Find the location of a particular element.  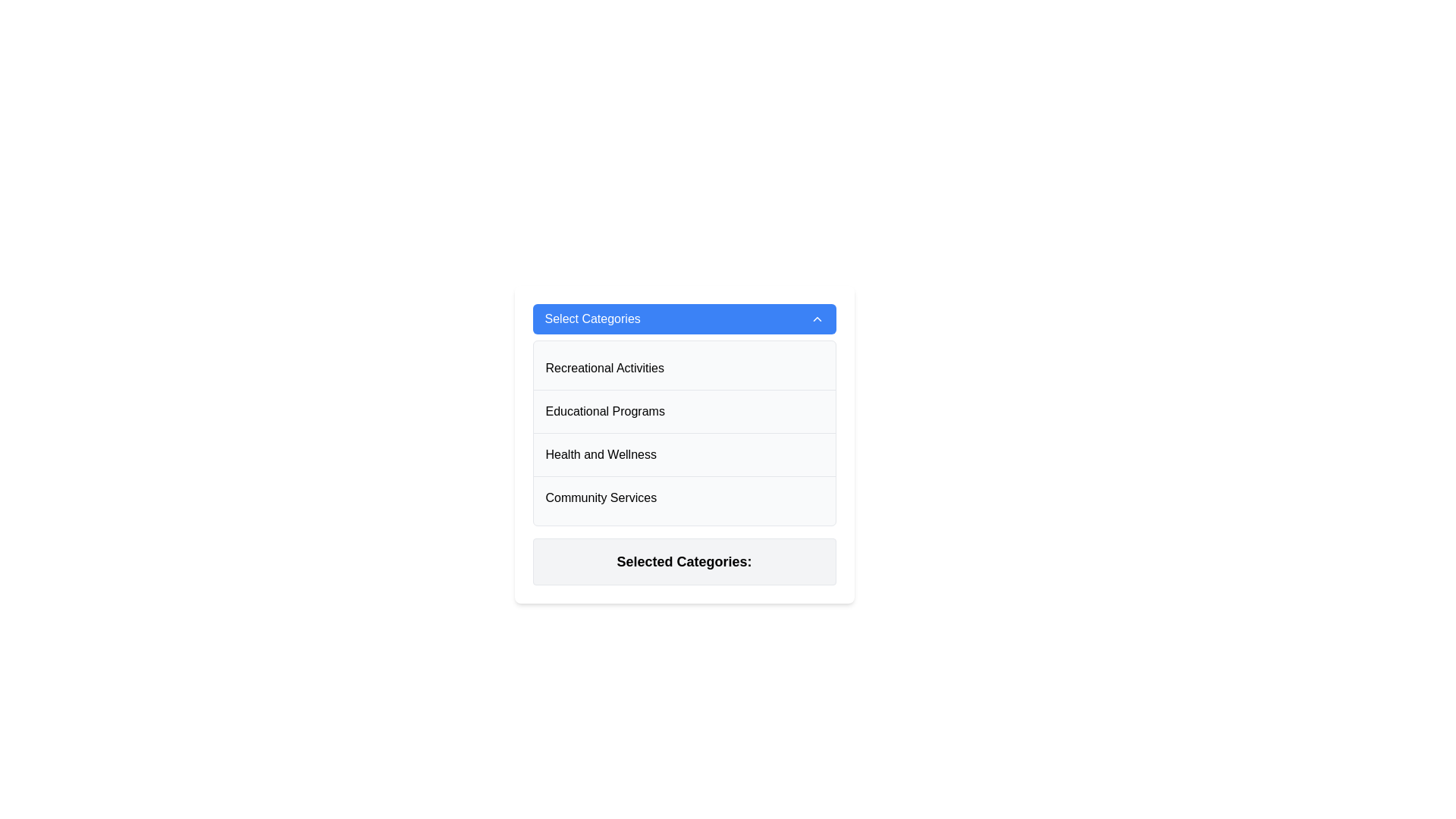

the fourth item in the vertically-stacked list of options is located at coordinates (683, 497).